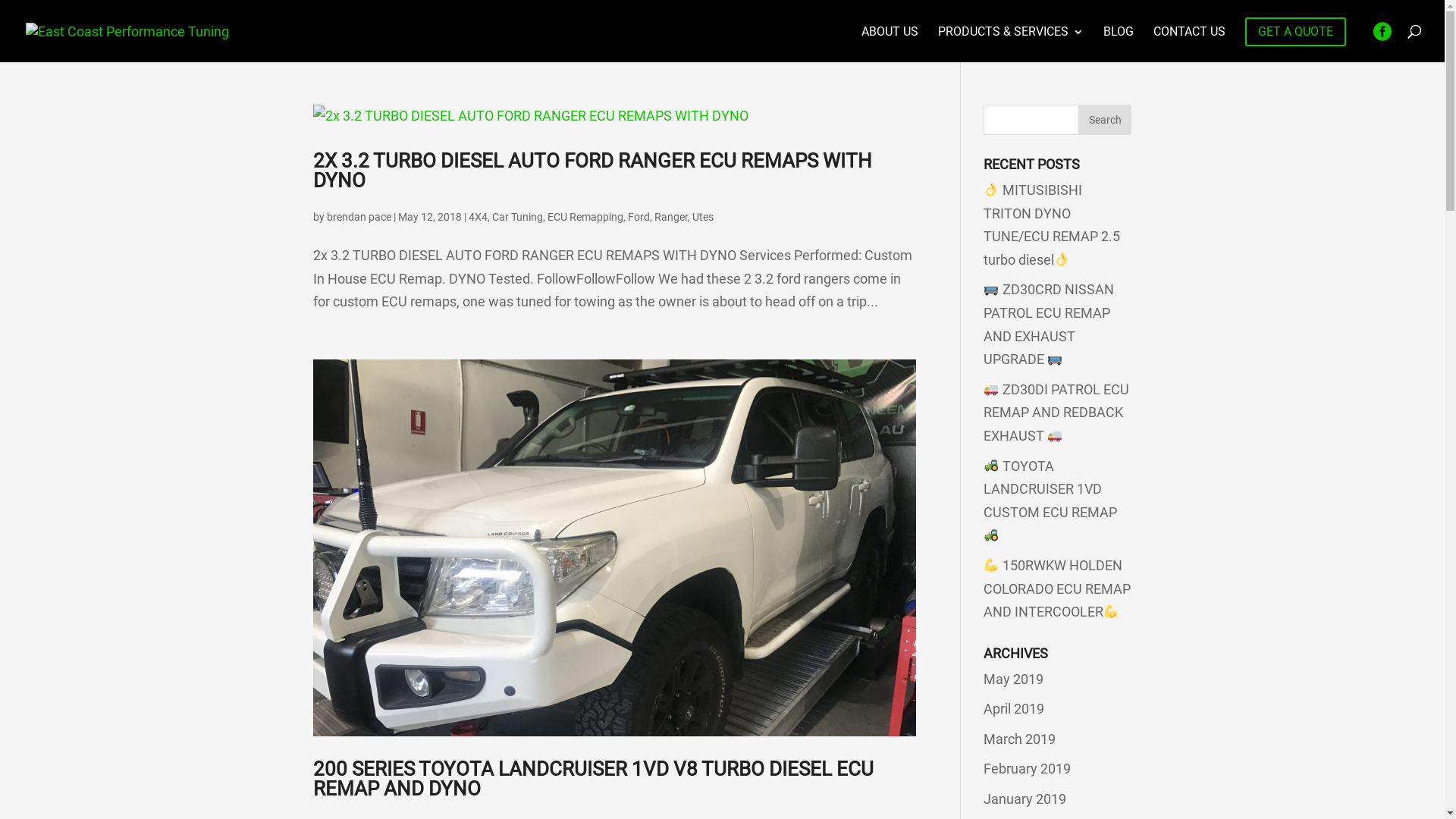 The height and width of the screenshot is (819, 1456). What do you see at coordinates (357, 216) in the screenshot?
I see `'brendan pace'` at bounding box center [357, 216].